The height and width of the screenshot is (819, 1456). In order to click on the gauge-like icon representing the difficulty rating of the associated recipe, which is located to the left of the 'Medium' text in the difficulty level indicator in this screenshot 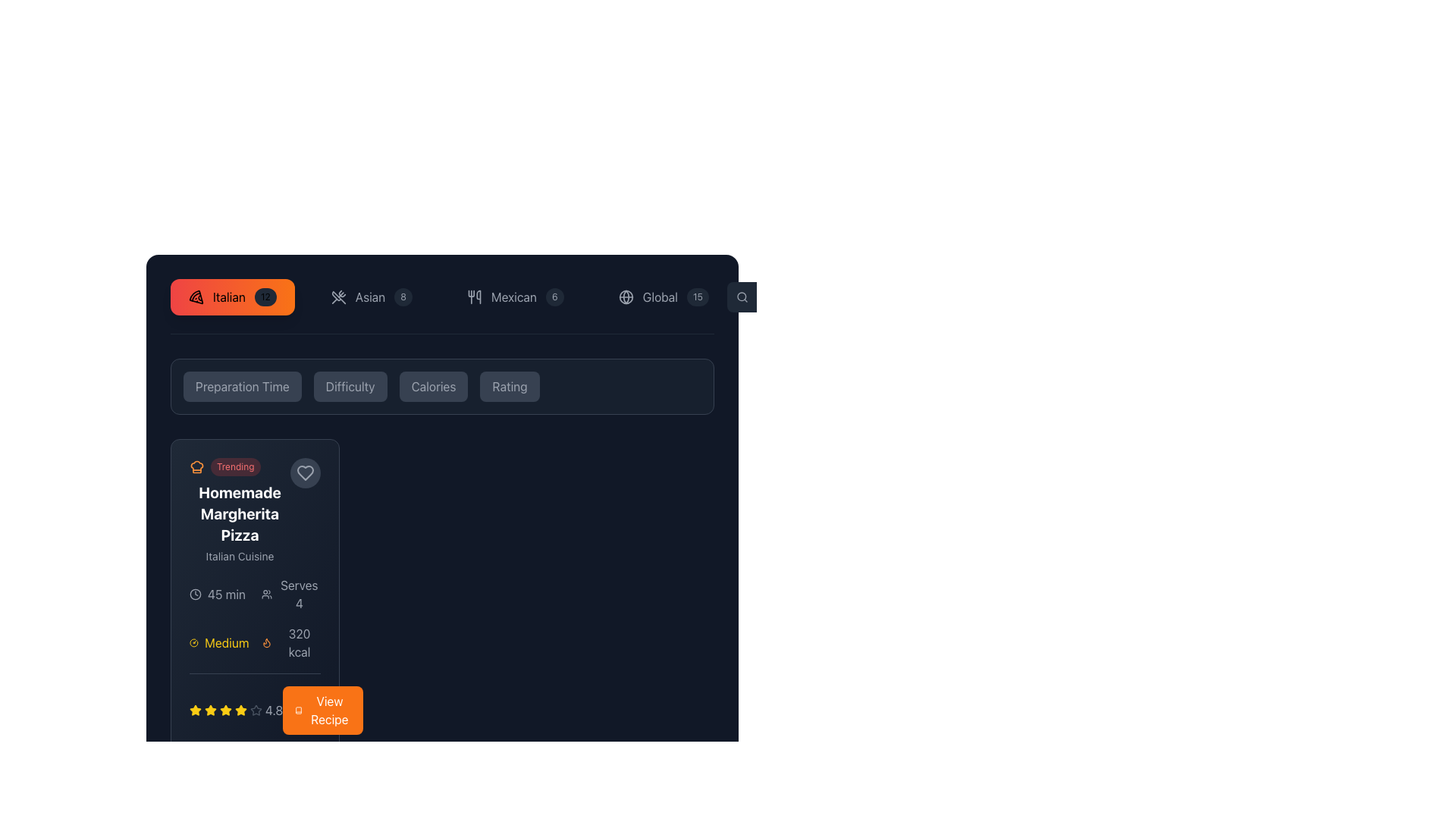, I will do `click(193, 643)`.